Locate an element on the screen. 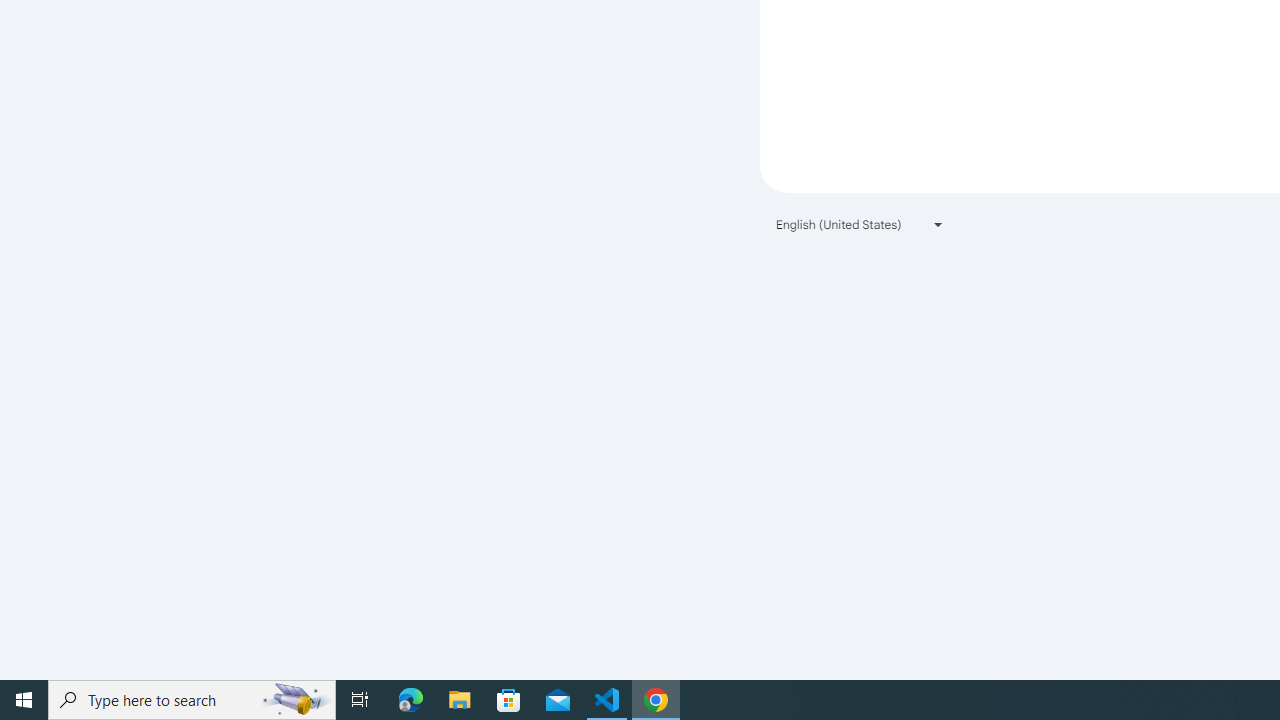  'English (United States)' is located at coordinates (860, 224).